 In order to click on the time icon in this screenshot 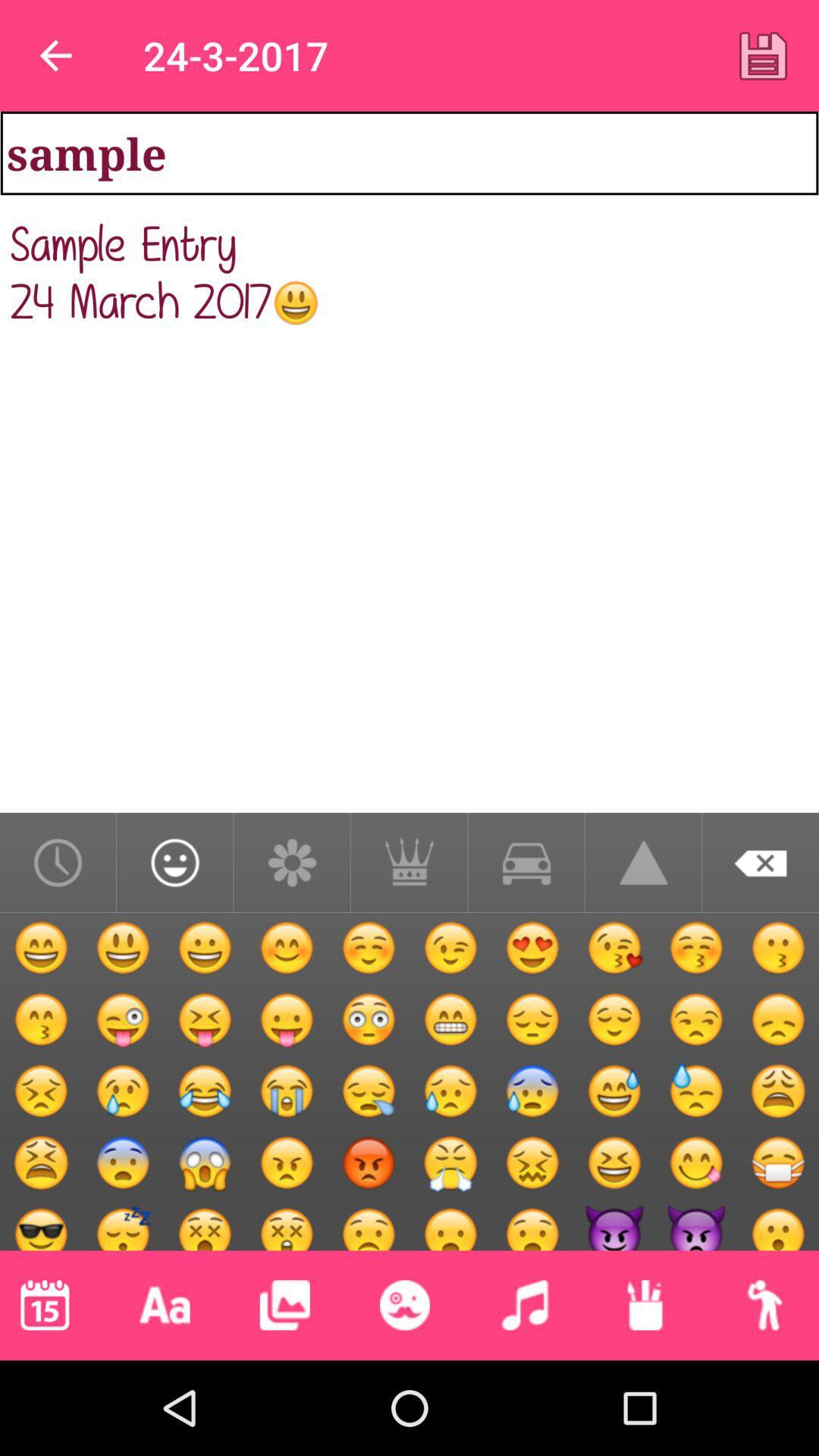, I will do `click(57, 862)`.